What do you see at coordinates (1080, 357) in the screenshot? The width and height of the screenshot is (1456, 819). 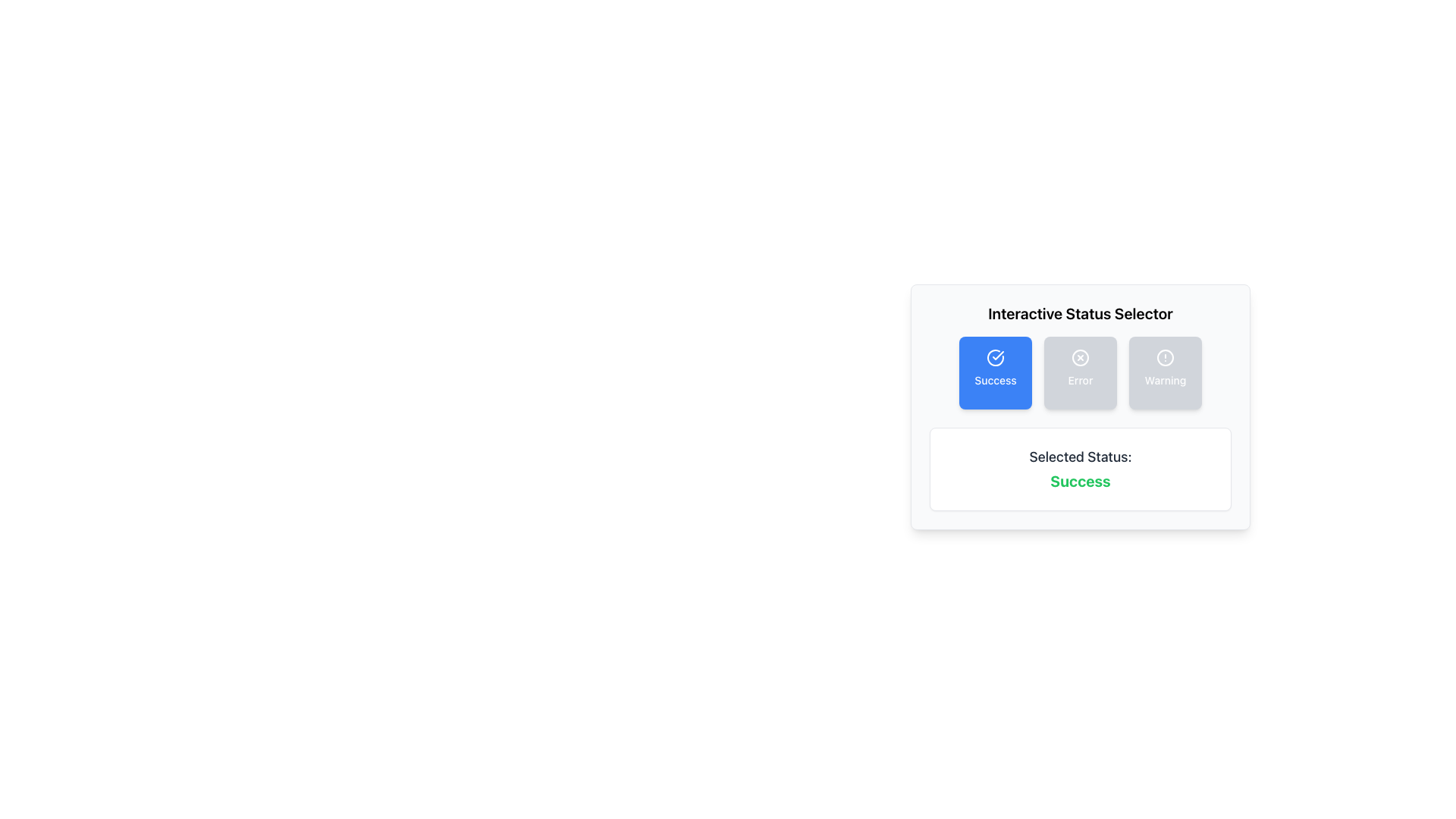 I see `the SVG circle element representing the circular structure of the 'Error' status option in the 'Interactive Status Selector'` at bounding box center [1080, 357].